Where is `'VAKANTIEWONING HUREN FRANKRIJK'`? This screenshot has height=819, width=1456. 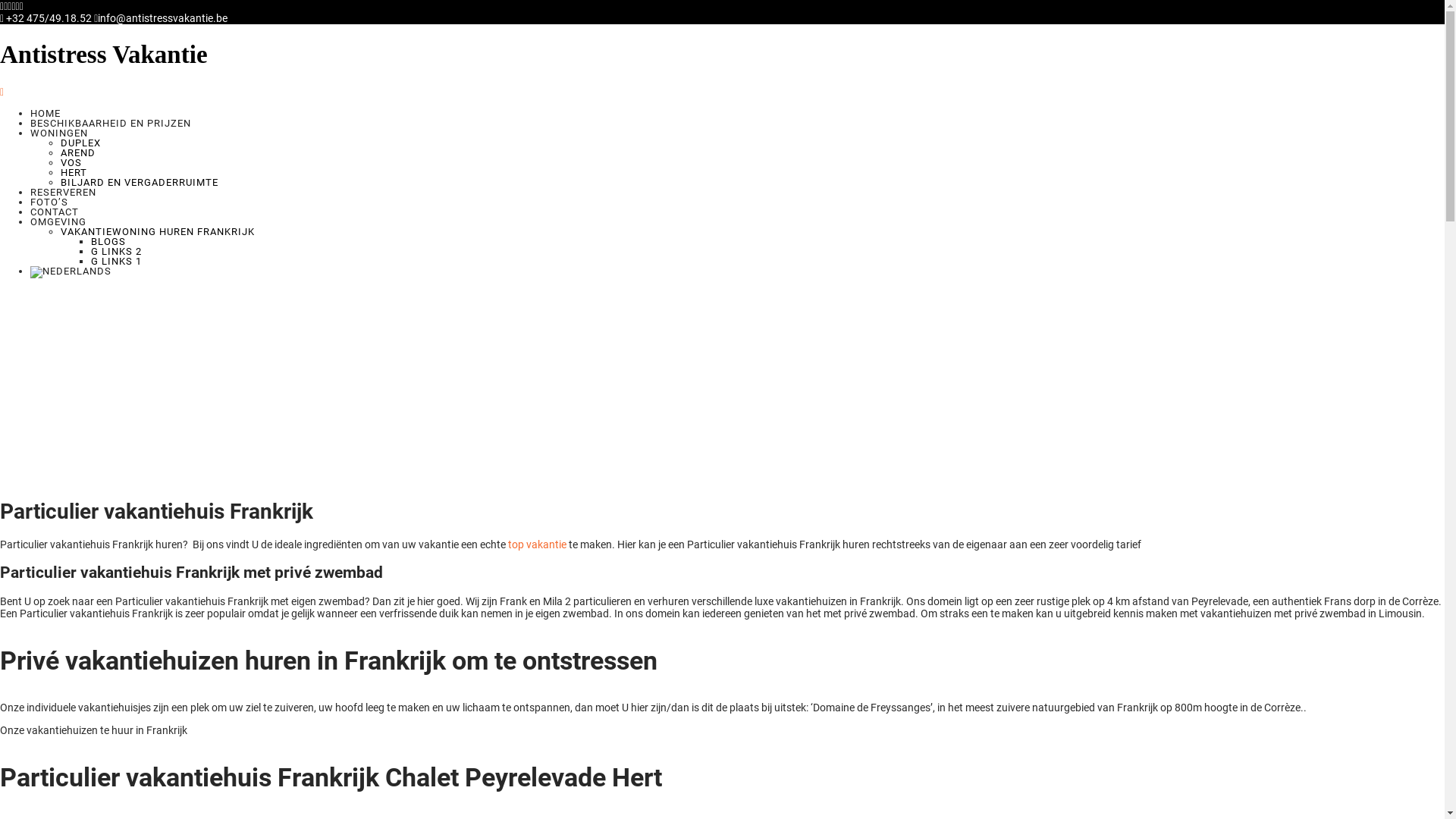 'VAKANTIEWONING HUREN FRANKRIJK' is located at coordinates (61, 231).